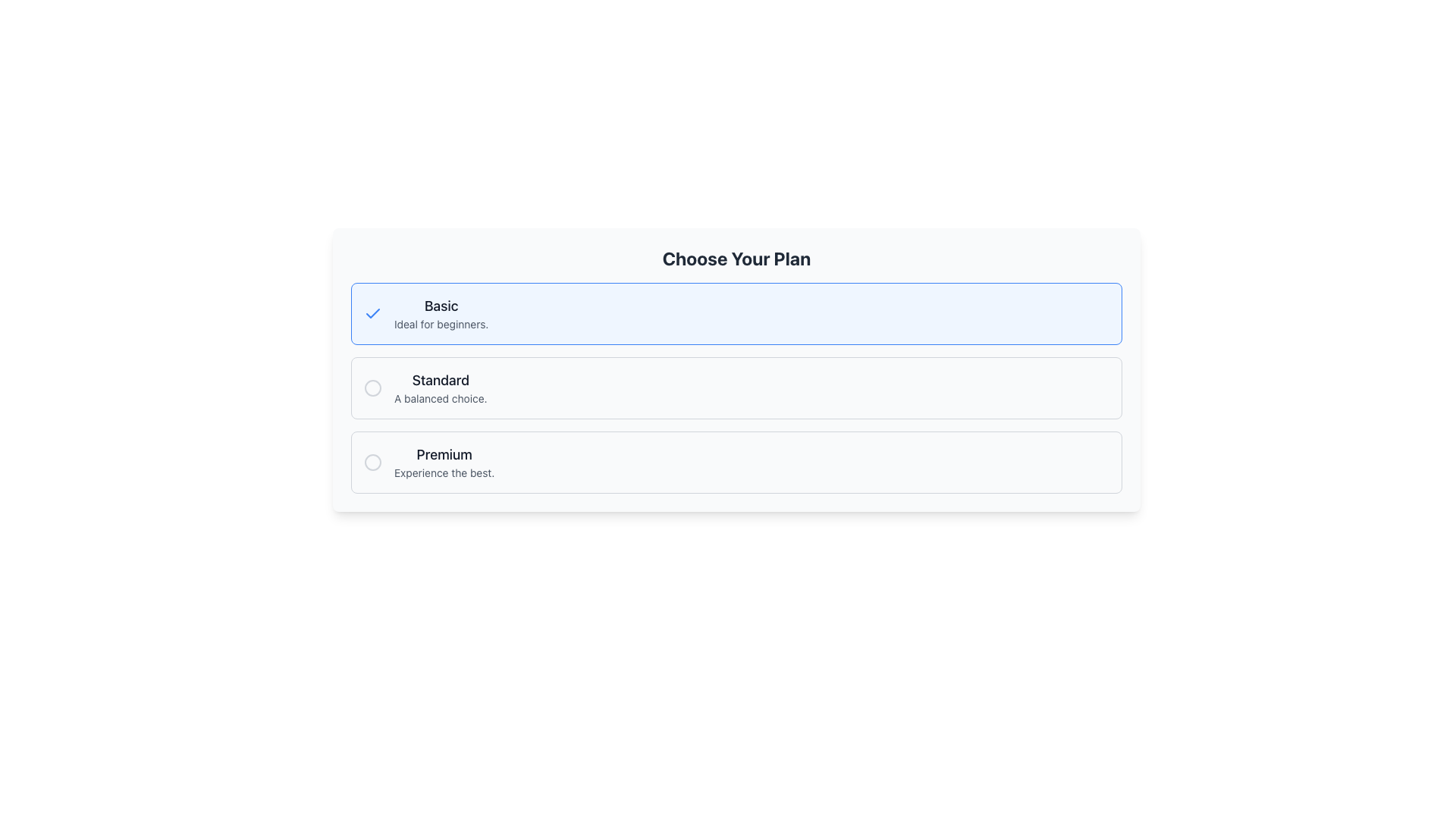  Describe the element at coordinates (372, 312) in the screenshot. I see `the checkmark icon with a blue stroke color located within the selected radio button for the 'Basic' option in the vertical list of choices` at that location.